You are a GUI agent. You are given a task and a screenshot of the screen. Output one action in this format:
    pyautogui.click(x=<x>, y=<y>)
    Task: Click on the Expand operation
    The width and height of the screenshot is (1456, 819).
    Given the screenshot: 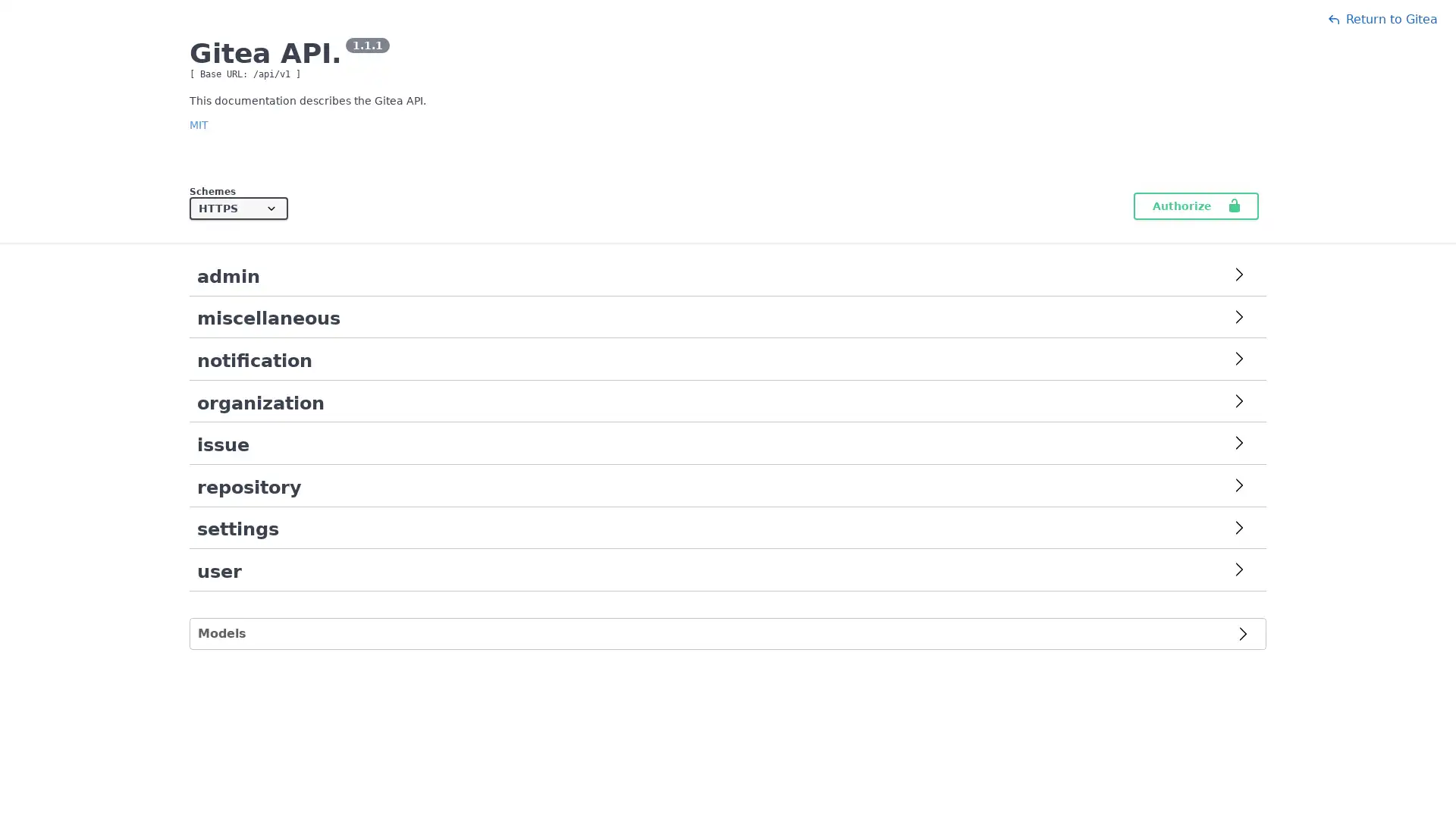 What is the action you would take?
    pyautogui.click(x=1238, y=529)
    